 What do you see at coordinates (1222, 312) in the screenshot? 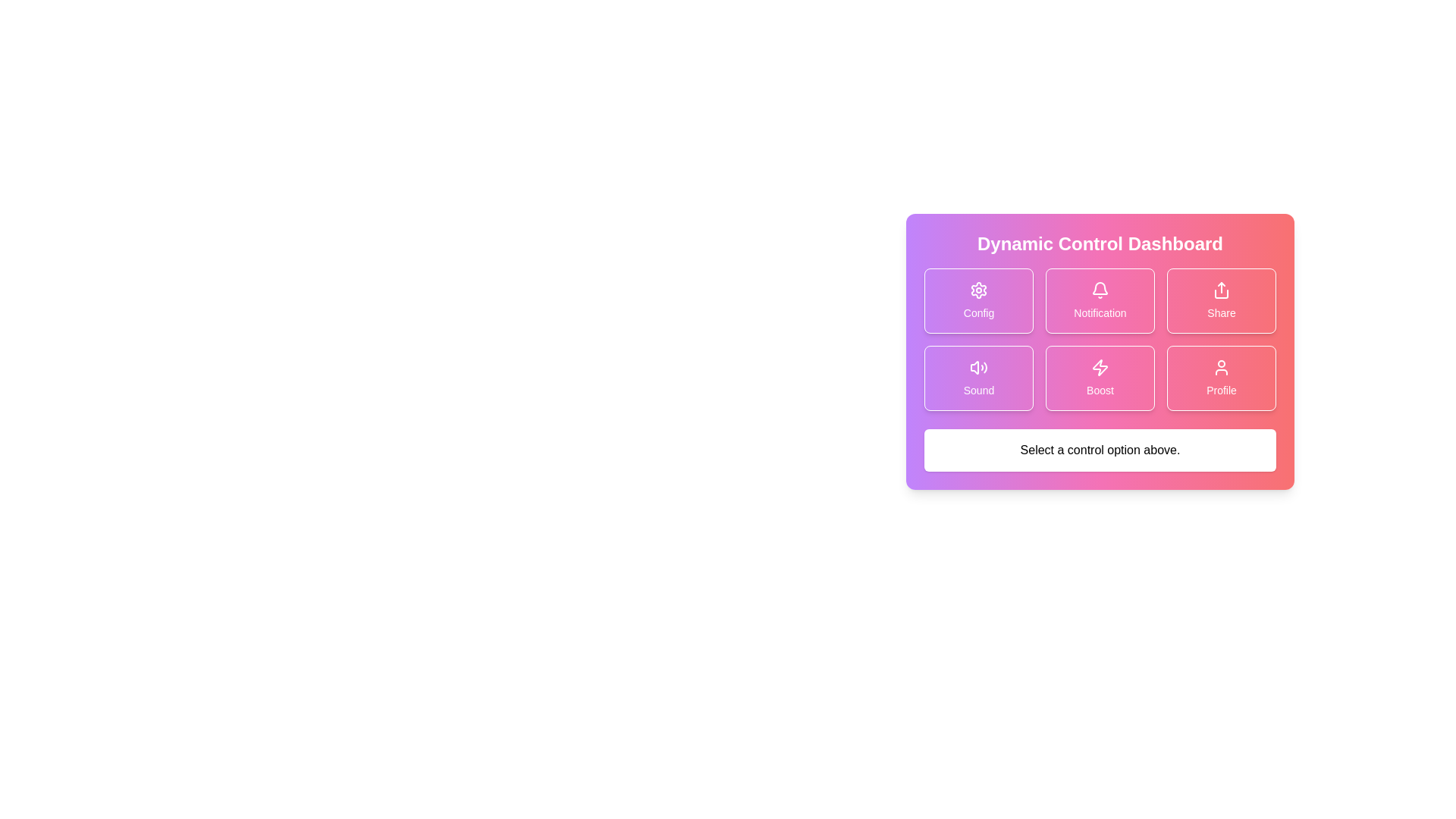
I see `the 'Share' Text Label which indicates the functionality of the share button in the Dynamic Control Dashboard` at bounding box center [1222, 312].